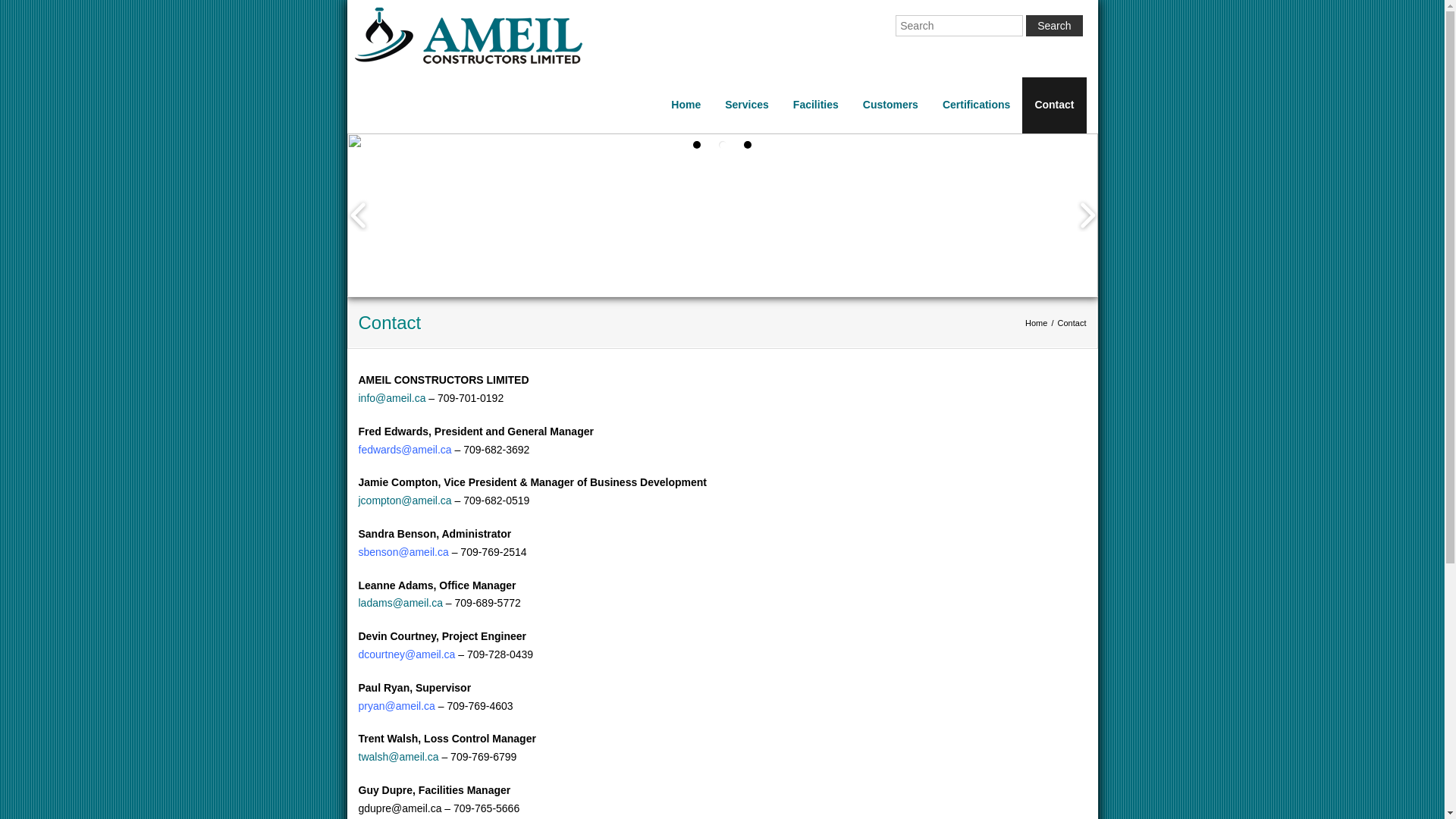 This screenshot has height=819, width=1456. Describe the element at coordinates (410, 705) in the screenshot. I see `'@ameil.ca'` at that location.